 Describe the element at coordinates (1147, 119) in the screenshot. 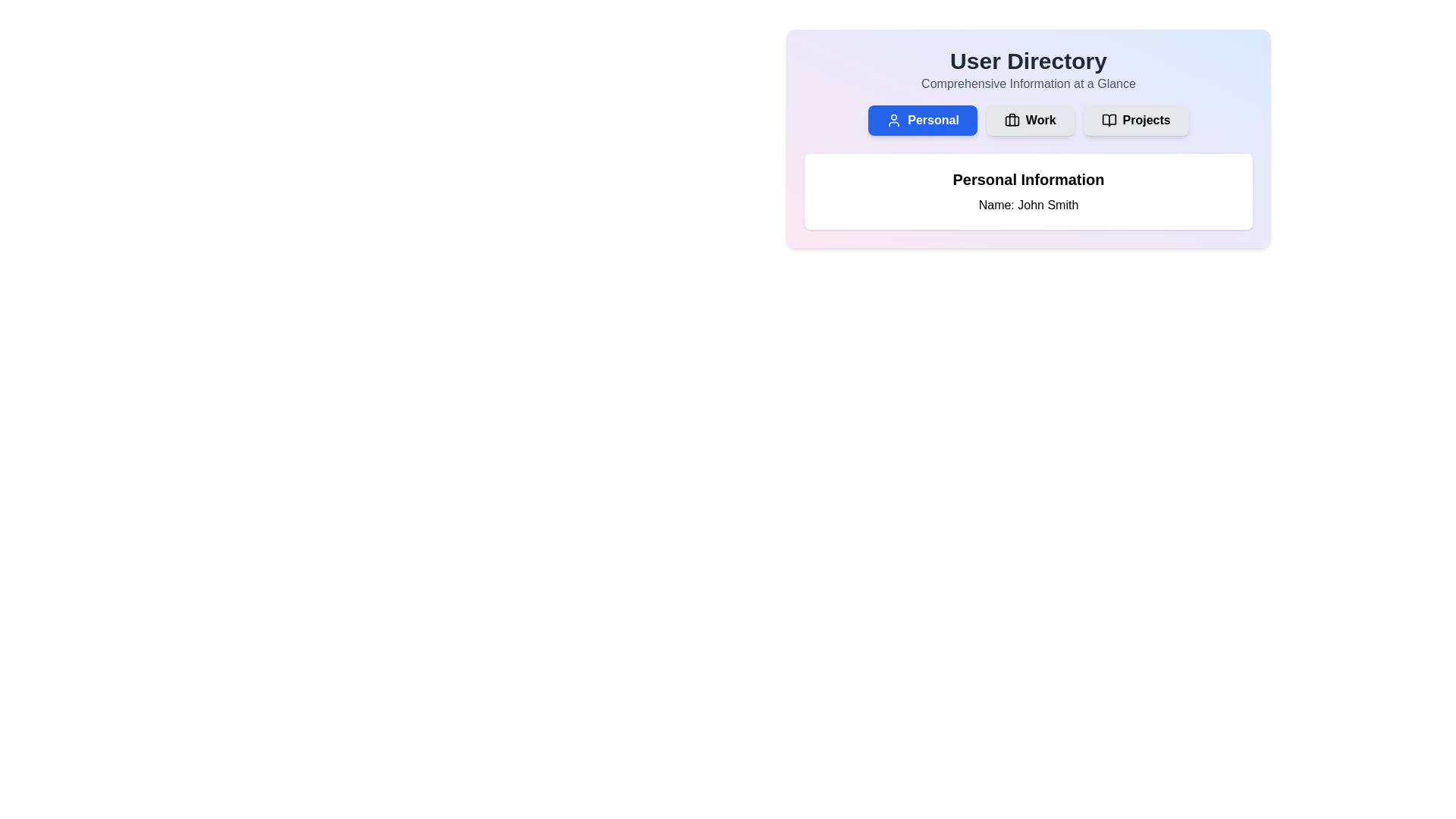

I see `the 'Projects' button in the top horizontal navigation bar` at that location.